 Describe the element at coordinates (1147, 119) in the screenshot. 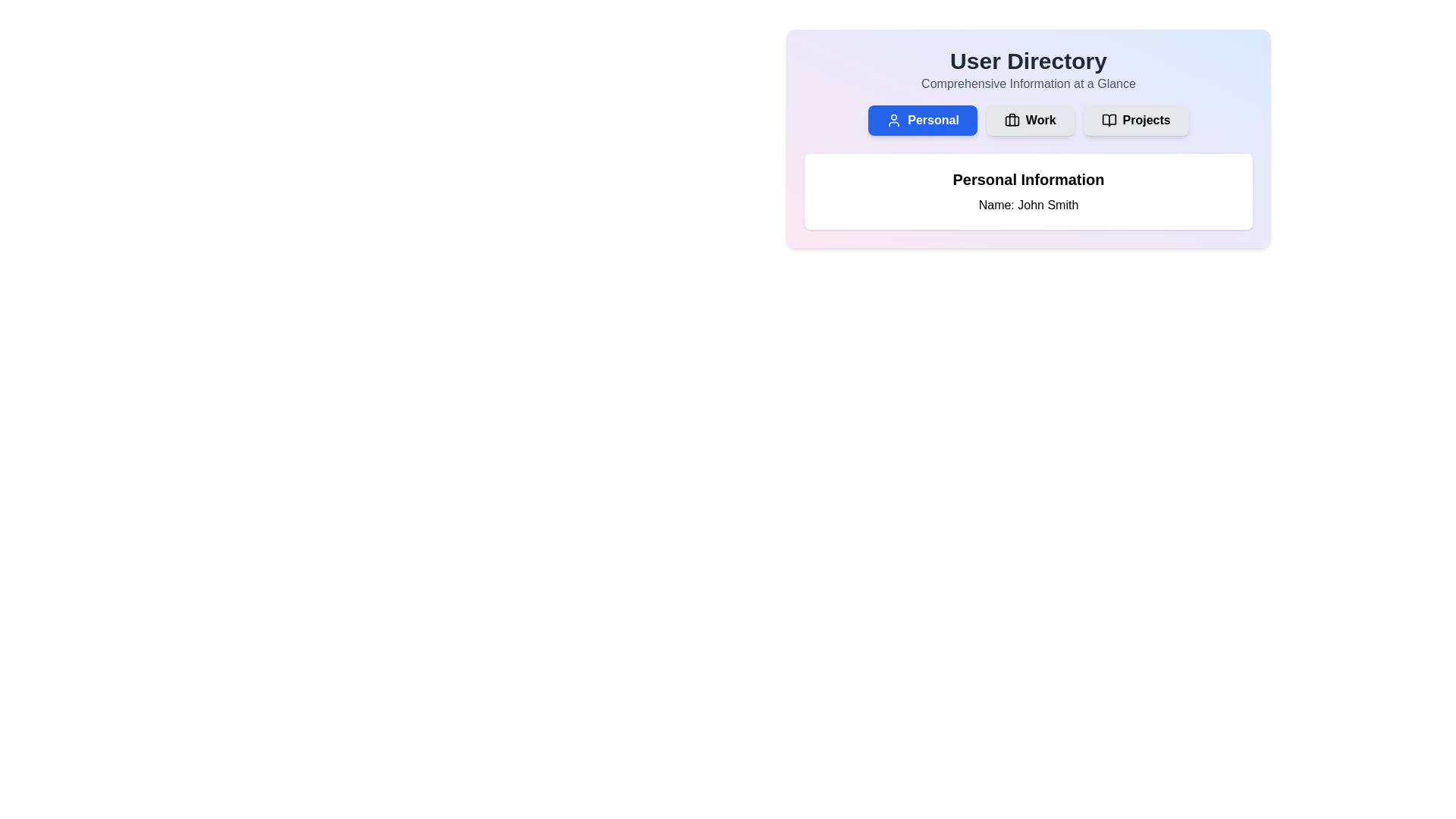

I see `the 'Projects' button in the top horizontal navigation bar` at that location.